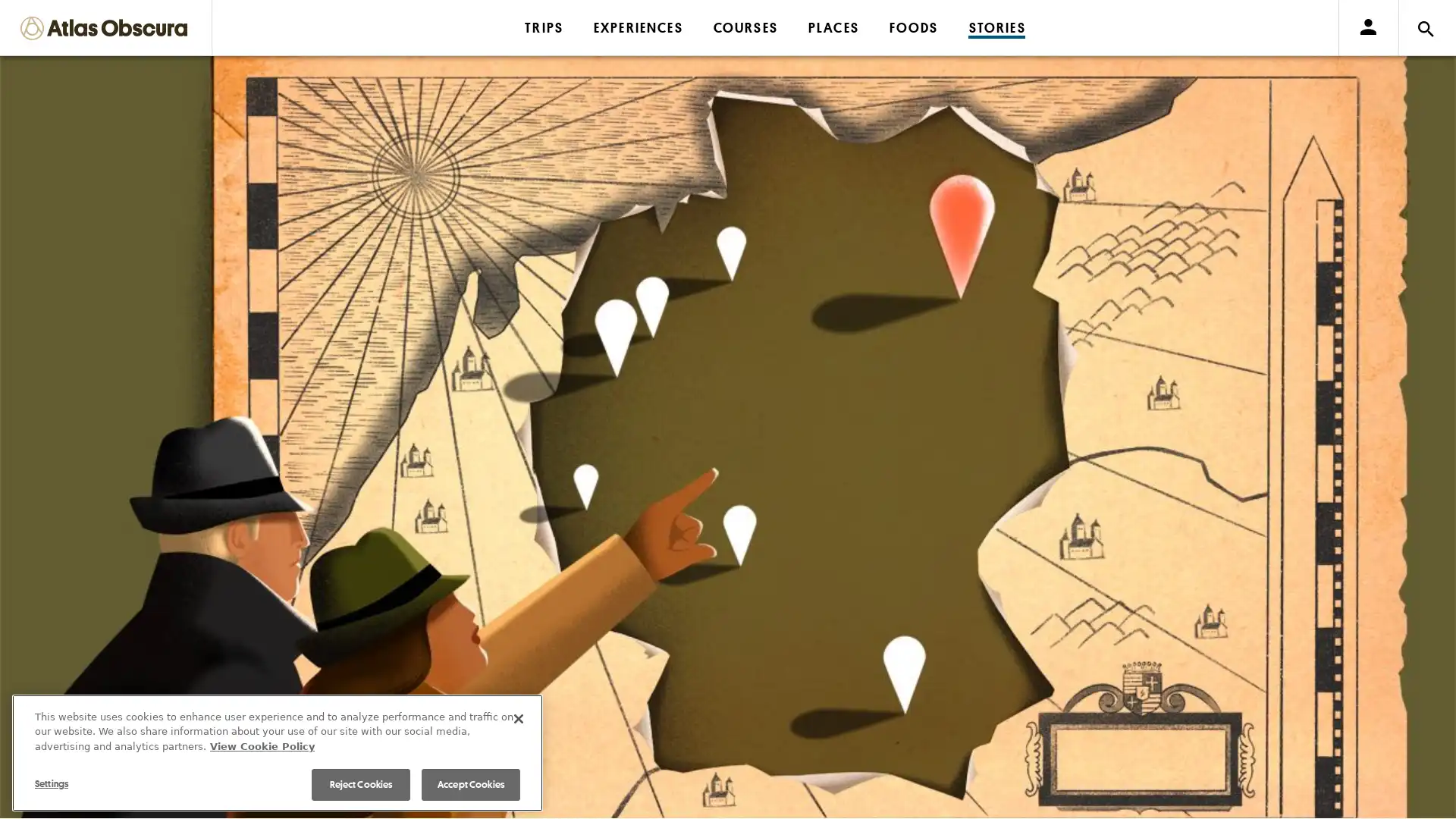  I want to click on Reject Cookies, so click(359, 784).